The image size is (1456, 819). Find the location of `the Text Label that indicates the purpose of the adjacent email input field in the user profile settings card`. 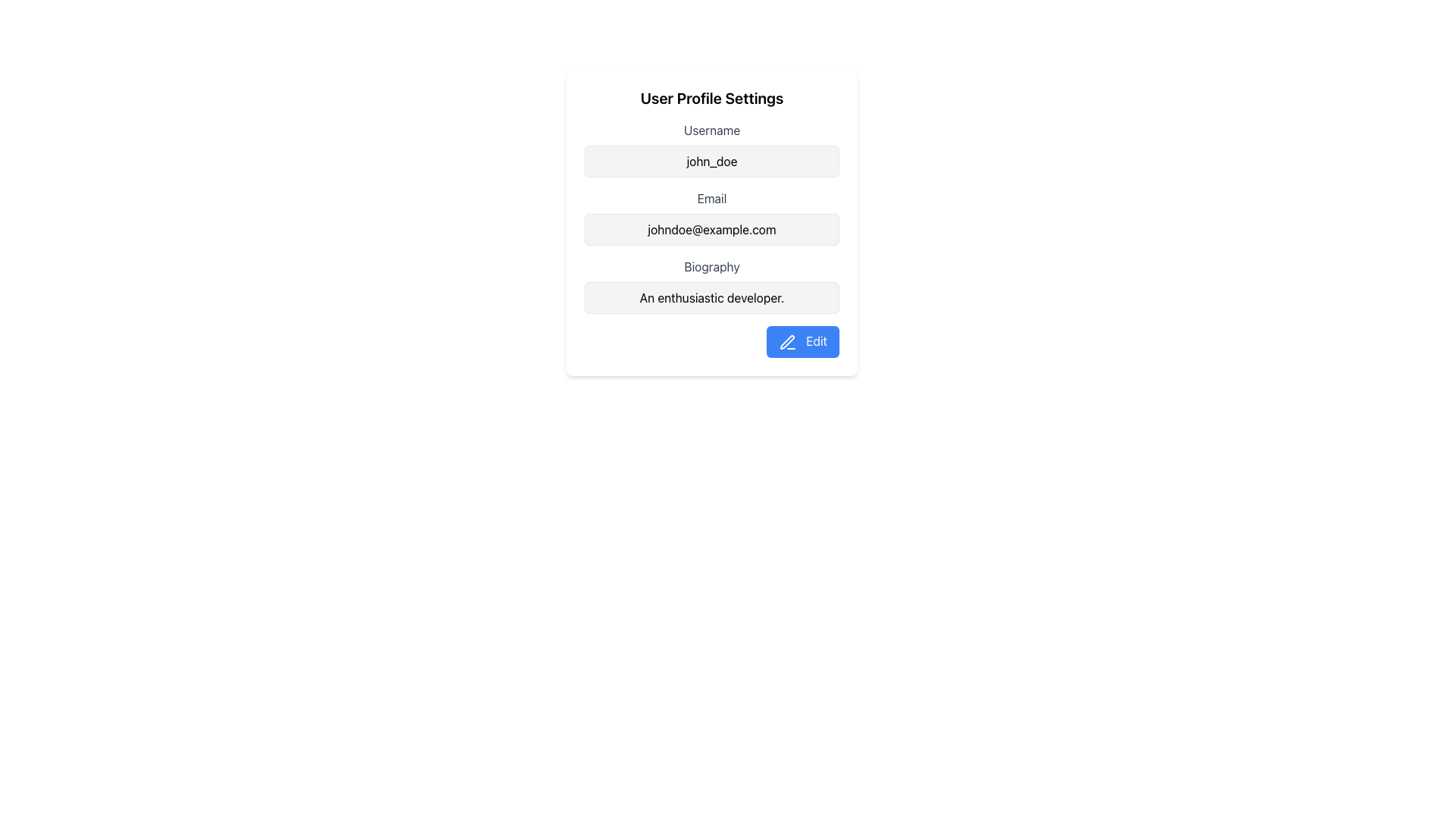

the Text Label that indicates the purpose of the adjacent email input field in the user profile settings card is located at coordinates (711, 198).